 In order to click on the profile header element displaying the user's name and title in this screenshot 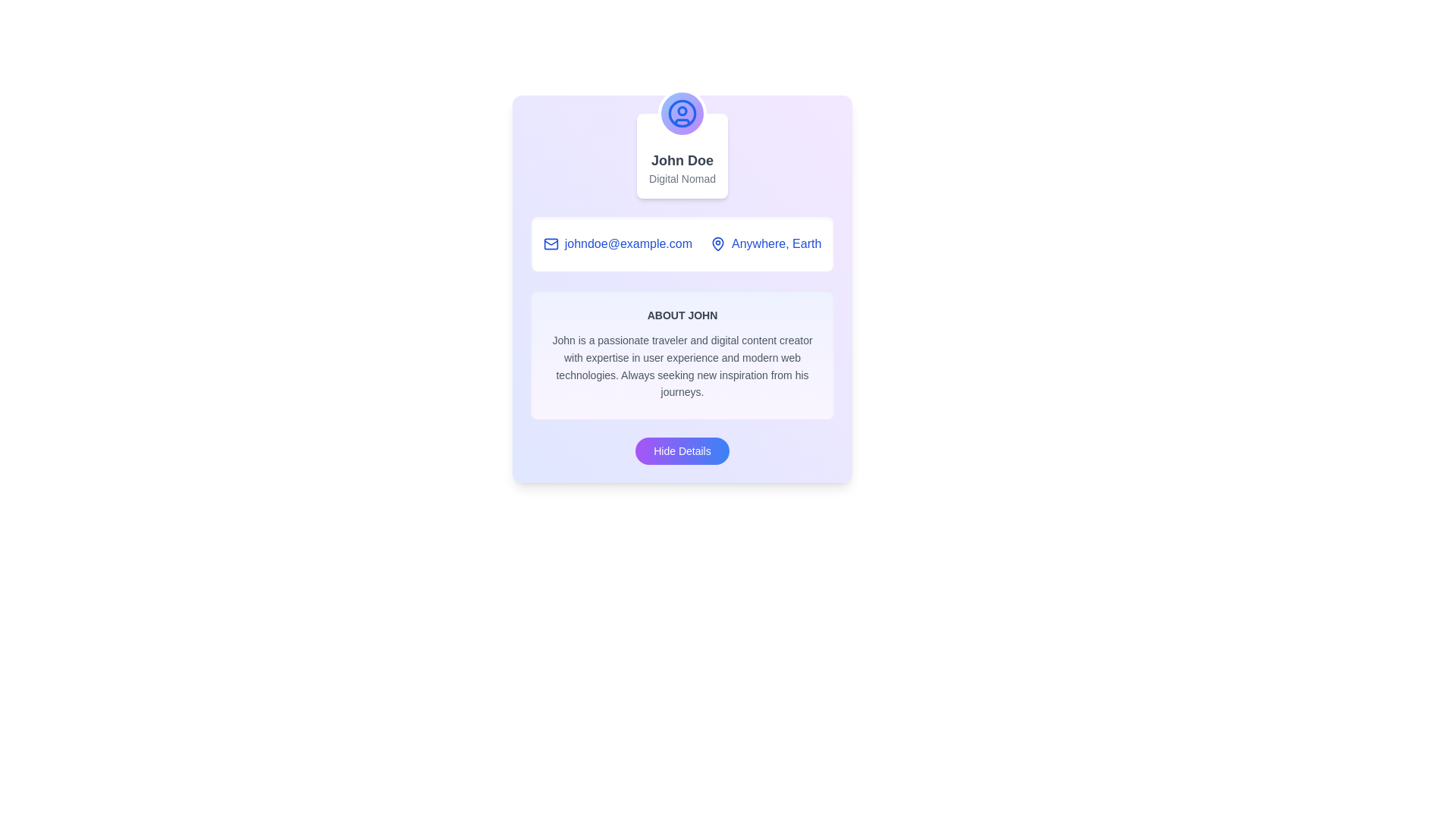, I will do `click(682, 155)`.